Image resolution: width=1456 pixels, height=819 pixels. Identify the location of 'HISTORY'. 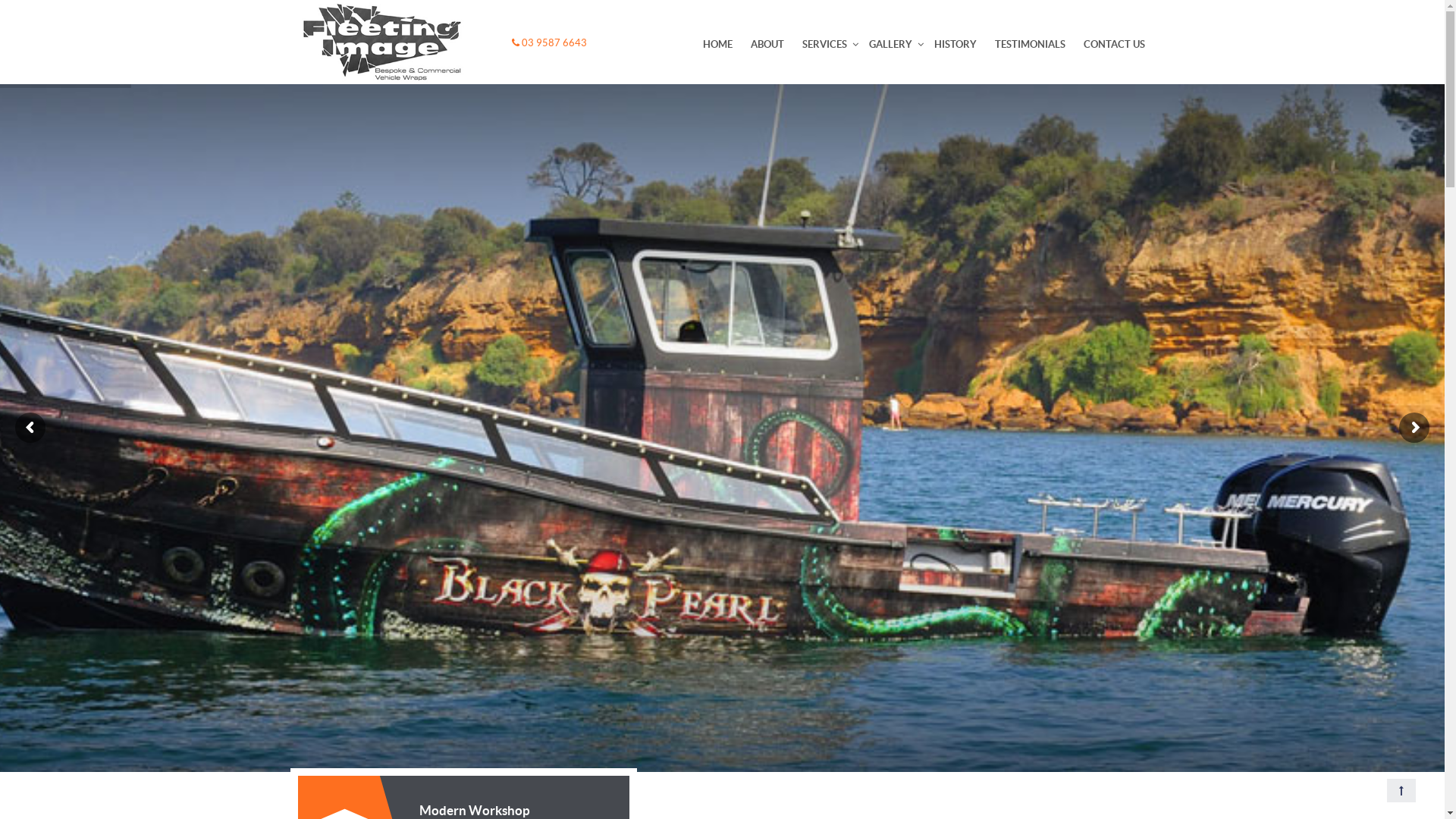
(924, 43).